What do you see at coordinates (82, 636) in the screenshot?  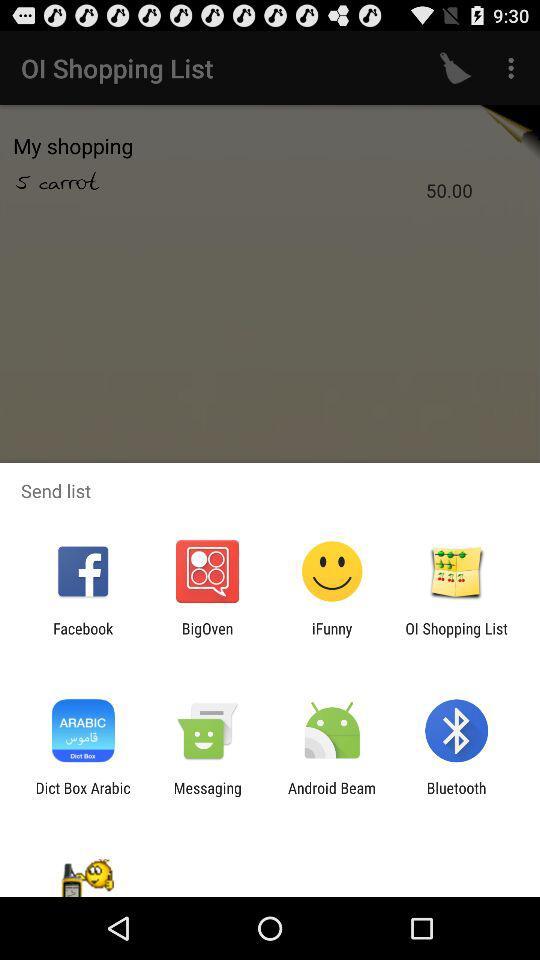 I see `item next to the bigoven icon` at bounding box center [82, 636].